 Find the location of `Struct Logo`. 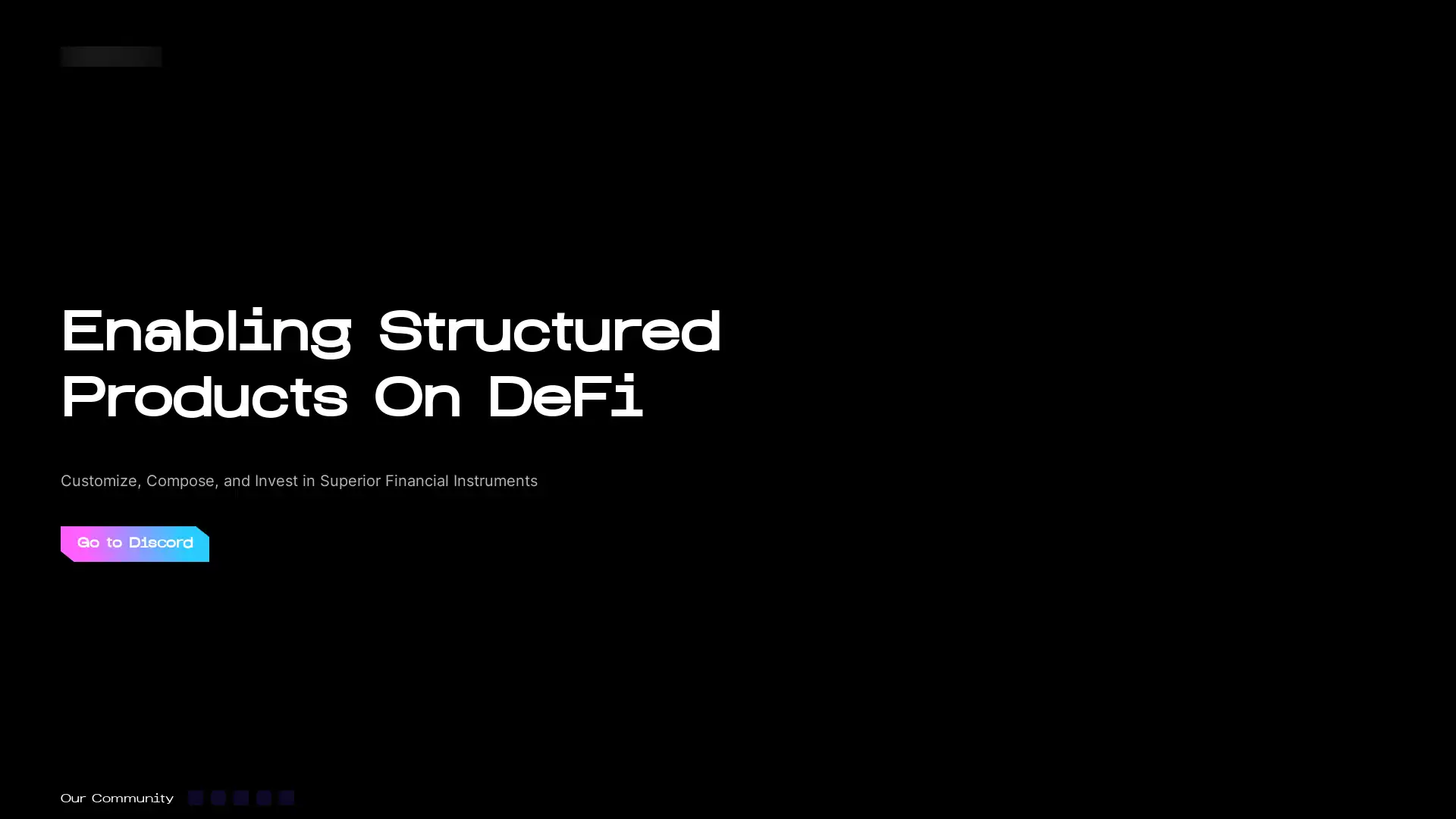

Struct Logo is located at coordinates (111, 55).